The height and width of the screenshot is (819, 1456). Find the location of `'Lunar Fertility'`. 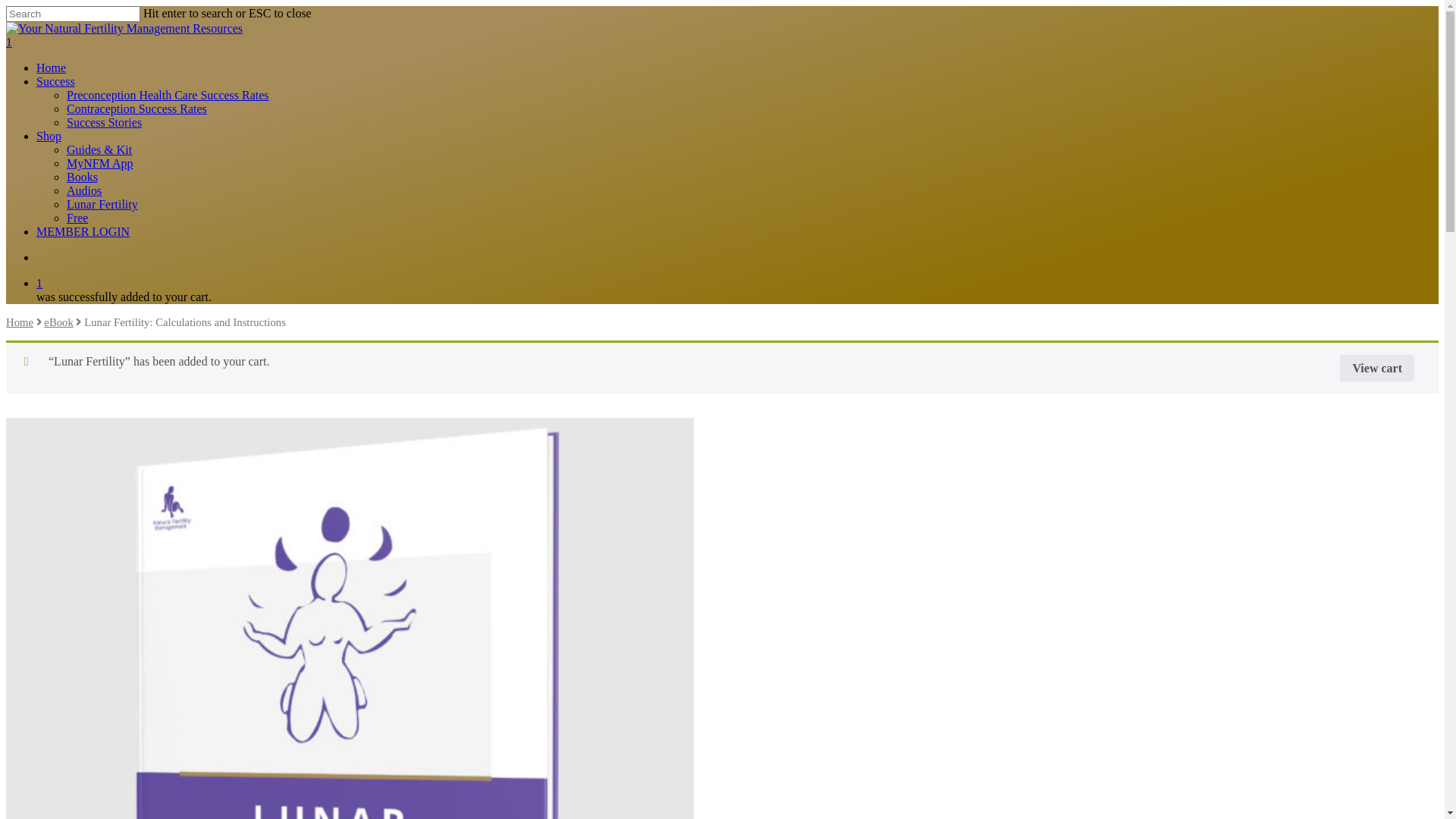

'Lunar Fertility' is located at coordinates (101, 203).